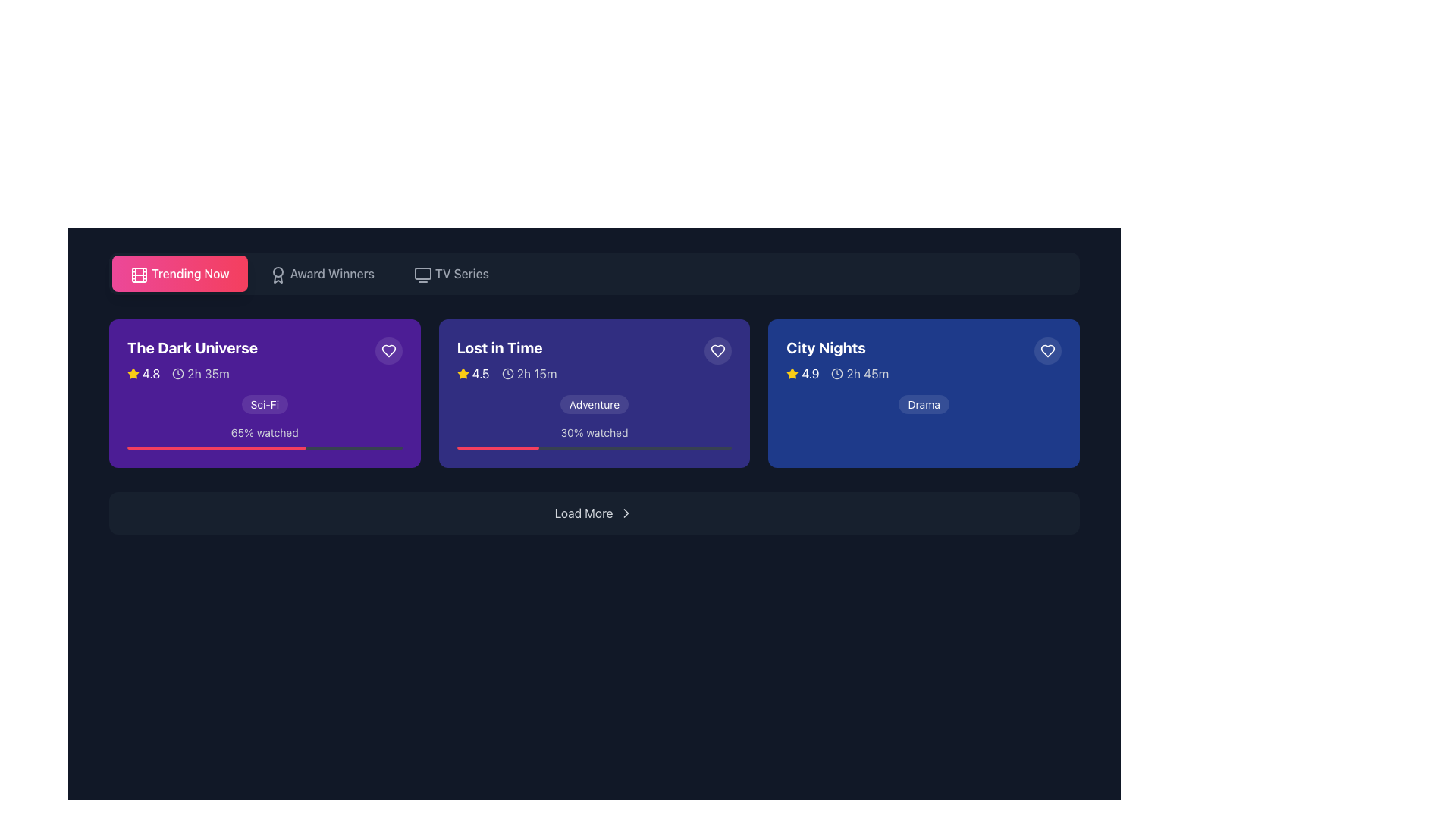 The height and width of the screenshot is (819, 1456). Describe the element at coordinates (507, 374) in the screenshot. I see `the circular graphical clock icon located in the 'Lost in Time' card, which is positioned left of '2h 15m' and above 'Adventure'` at that location.